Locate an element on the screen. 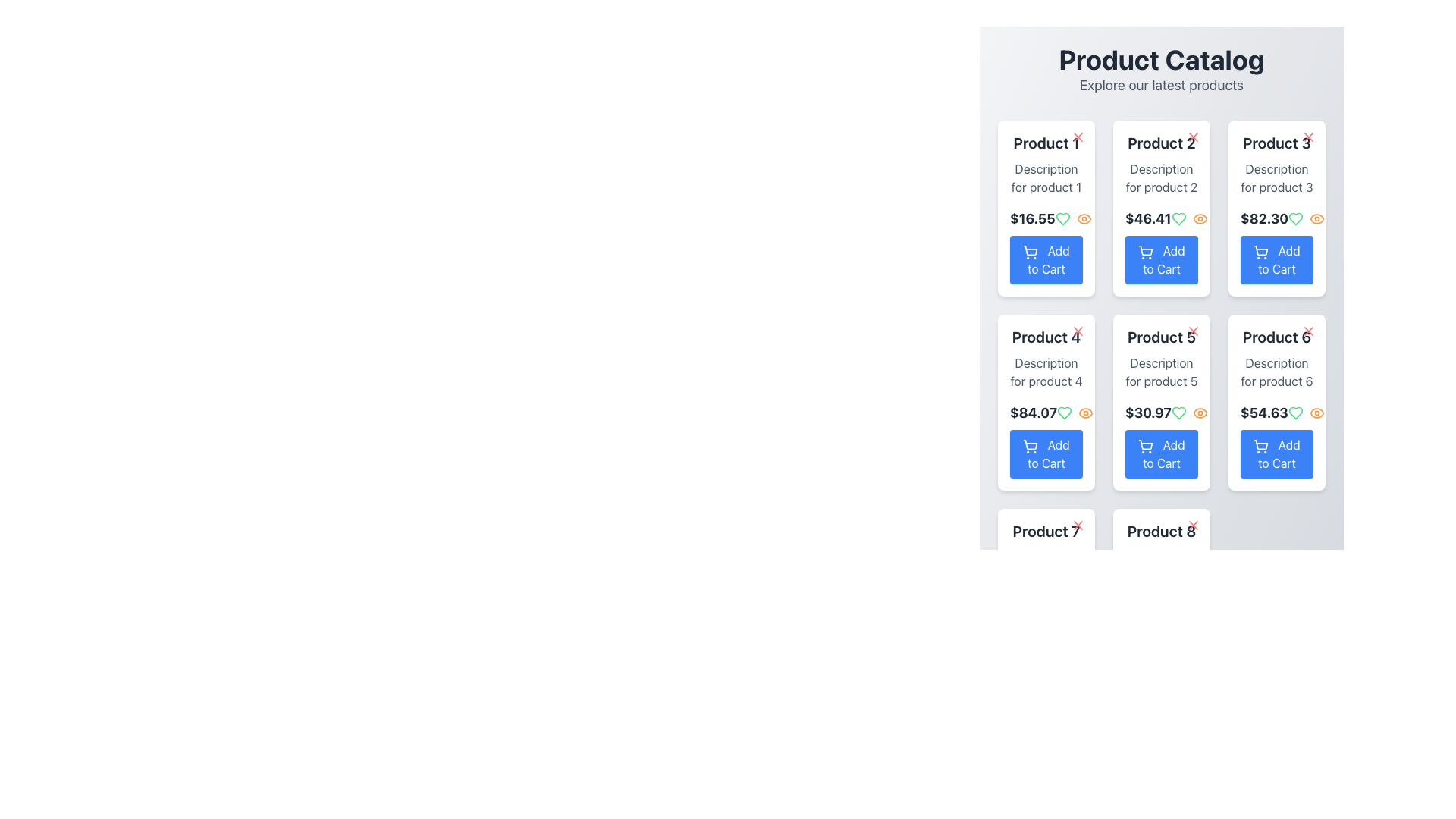 This screenshot has width=1456, height=819. the close/delete icon represented by a diagonal cross in the top-right corner of the card for 'Product 6' to potentially reveal additional context or tooltips is located at coordinates (1077, 330).